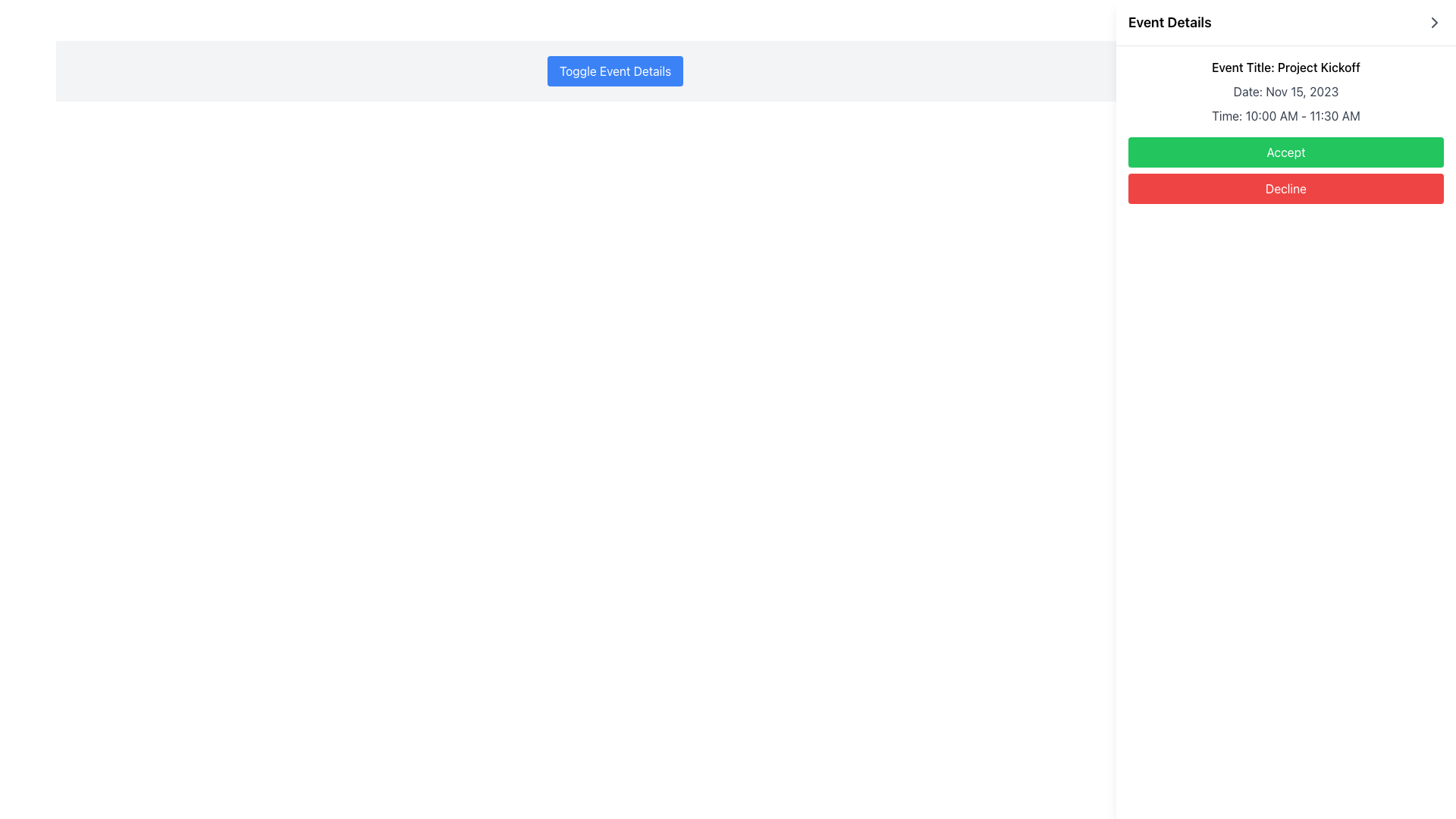  I want to click on the rectangular button with rounded corners and a blue background that contains the text 'Toggle Event Details', so click(615, 71).